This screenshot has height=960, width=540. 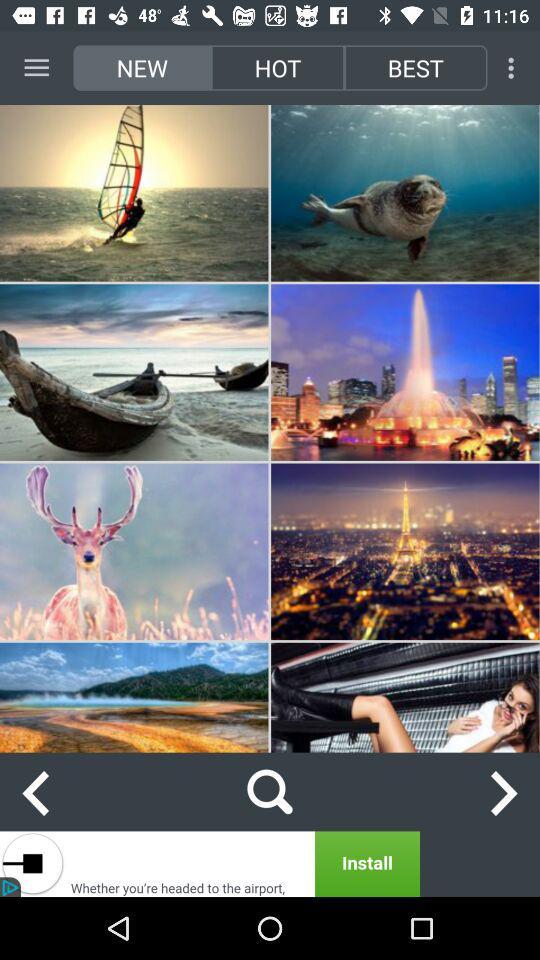 I want to click on the search icon, so click(x=270, y=792).